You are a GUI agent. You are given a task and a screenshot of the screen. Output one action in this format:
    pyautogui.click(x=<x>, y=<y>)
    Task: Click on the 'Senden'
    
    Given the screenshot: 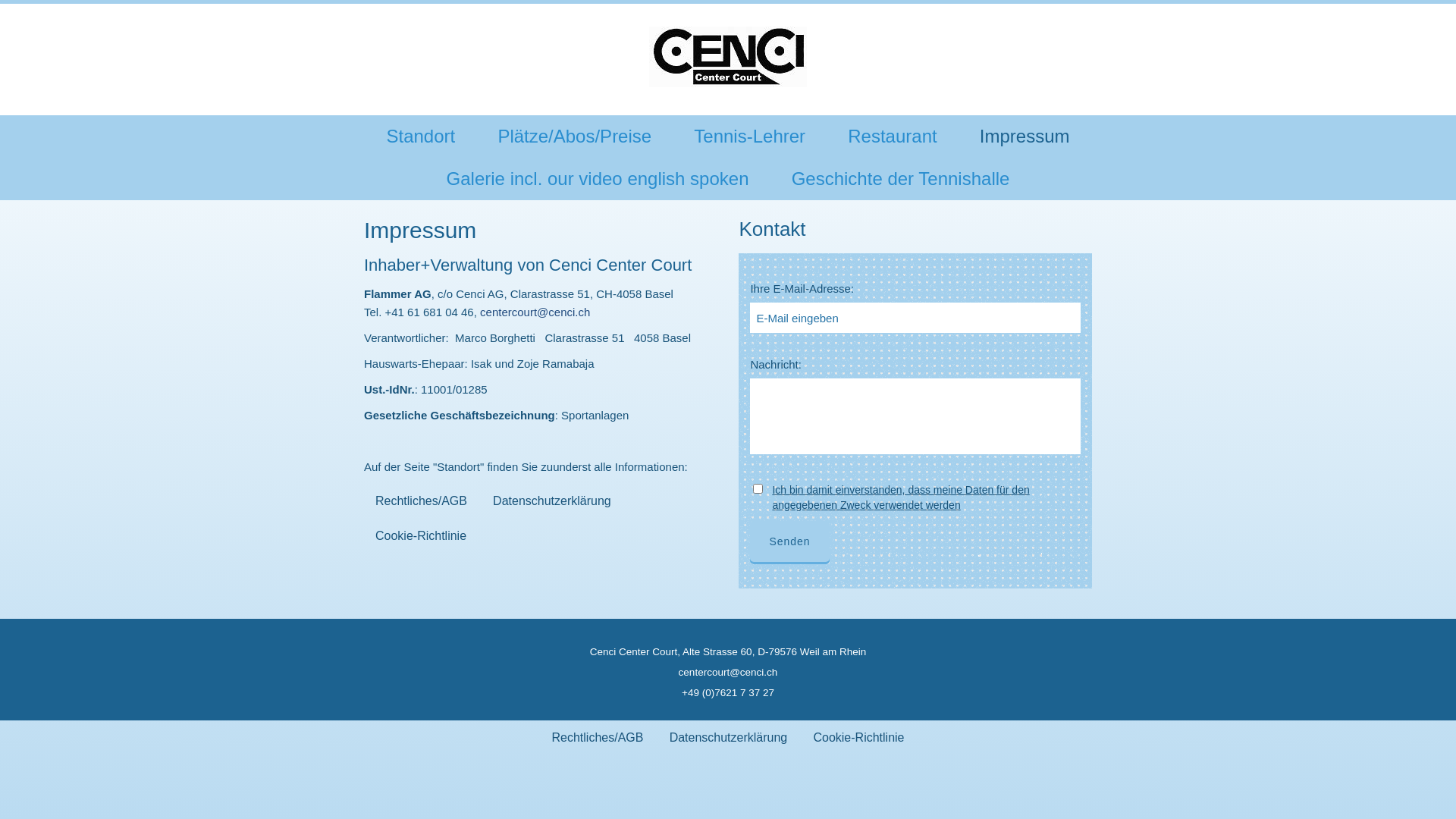 What is the action you would take?
    pyautogui.click(x=789, y=540)
    